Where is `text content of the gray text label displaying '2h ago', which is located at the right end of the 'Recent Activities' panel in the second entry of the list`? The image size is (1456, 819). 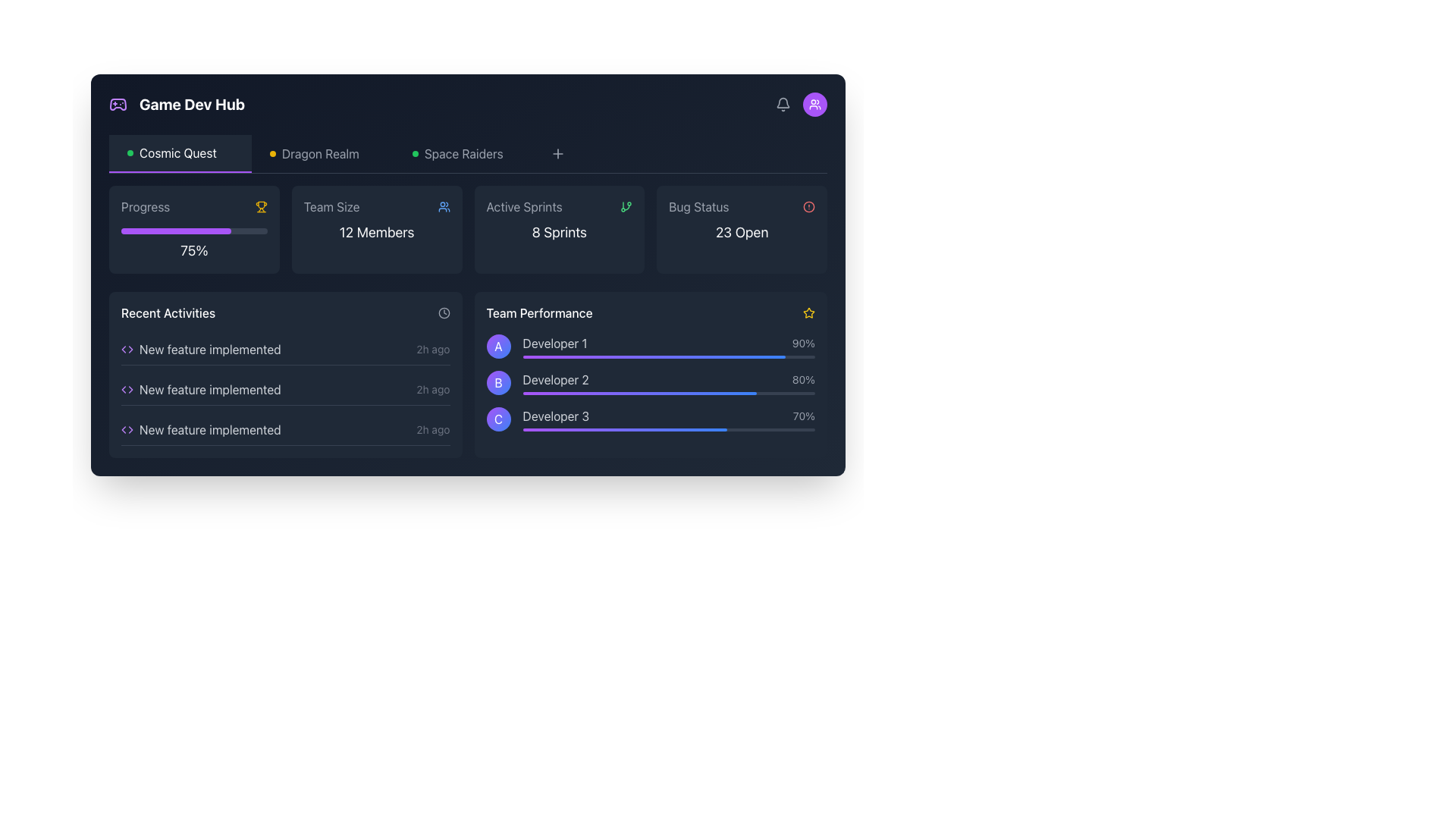
text content of the gray text label displaying '2h ago', which is located at the right end of the 'Recent Activities' panel in the second entry of the list is located at coordinates (432, 388).